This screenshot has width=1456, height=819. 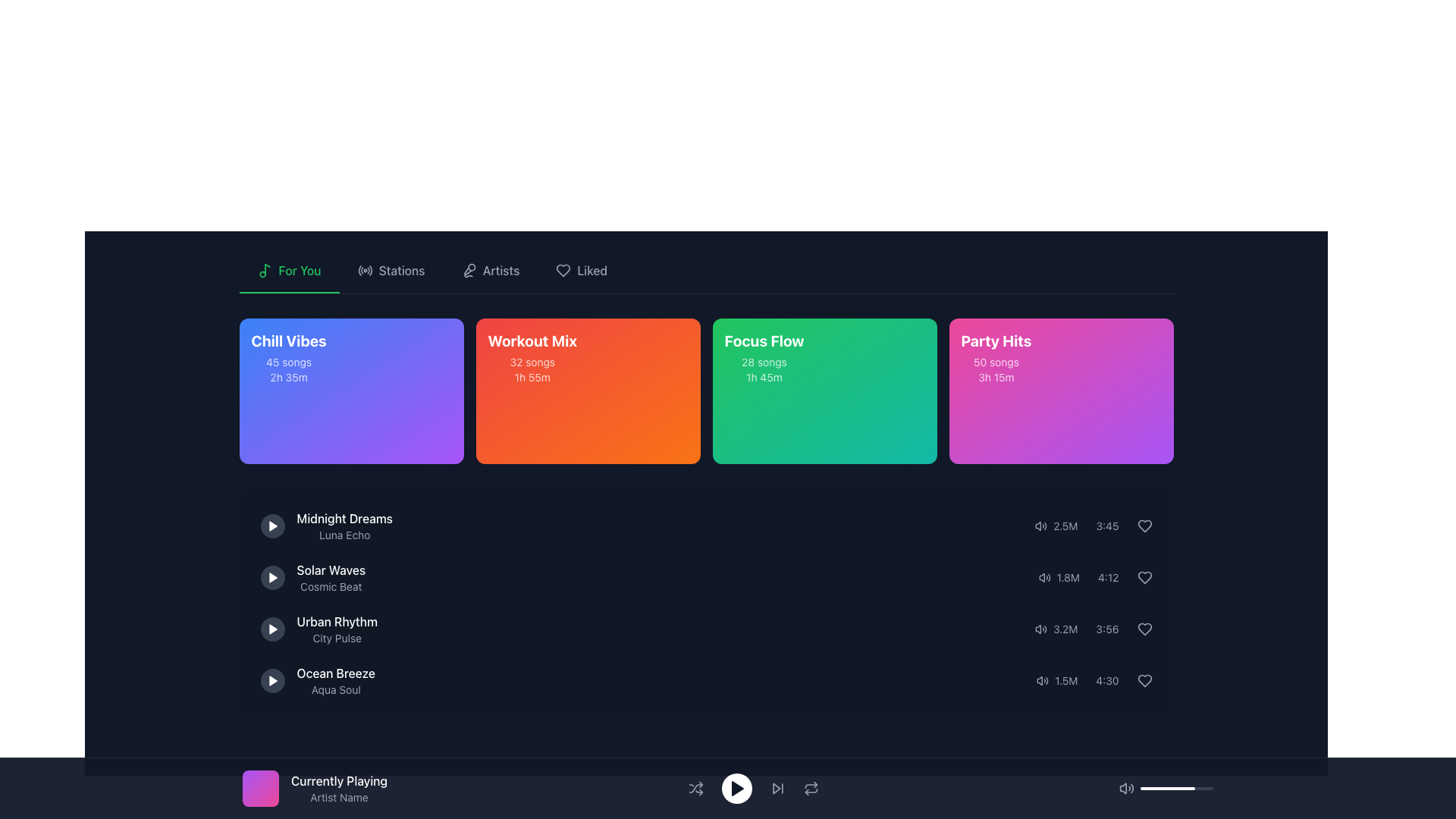 What do you see at coordinates (317, 680) in the screenshot?
I see `the text label displaying the title and subtitle of the music track located in the middle of the left column under the 'For You' section, which is the fourth item in the list` at bounding box center [317, 680].